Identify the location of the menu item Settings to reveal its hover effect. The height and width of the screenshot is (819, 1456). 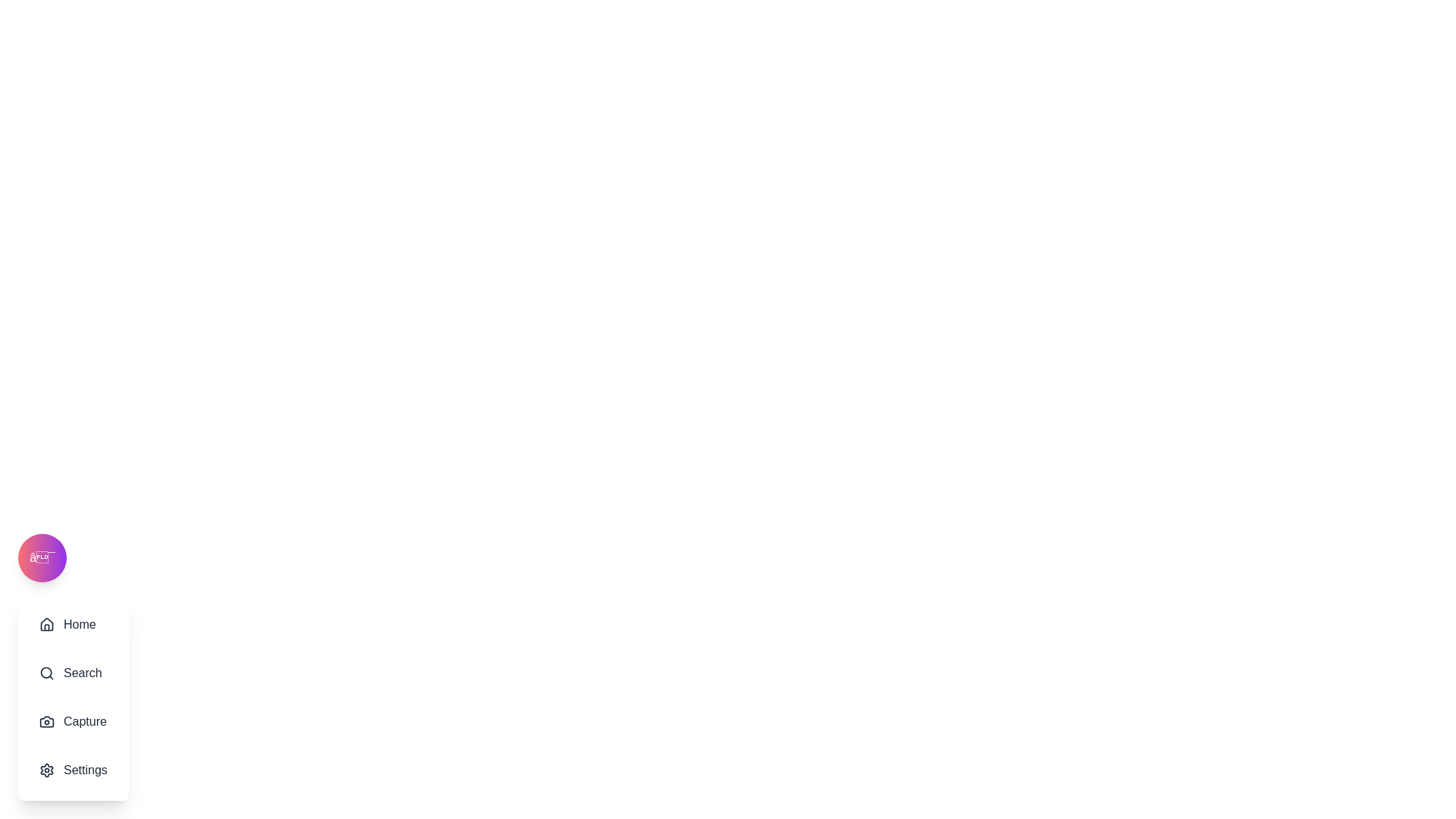
(72, 770).